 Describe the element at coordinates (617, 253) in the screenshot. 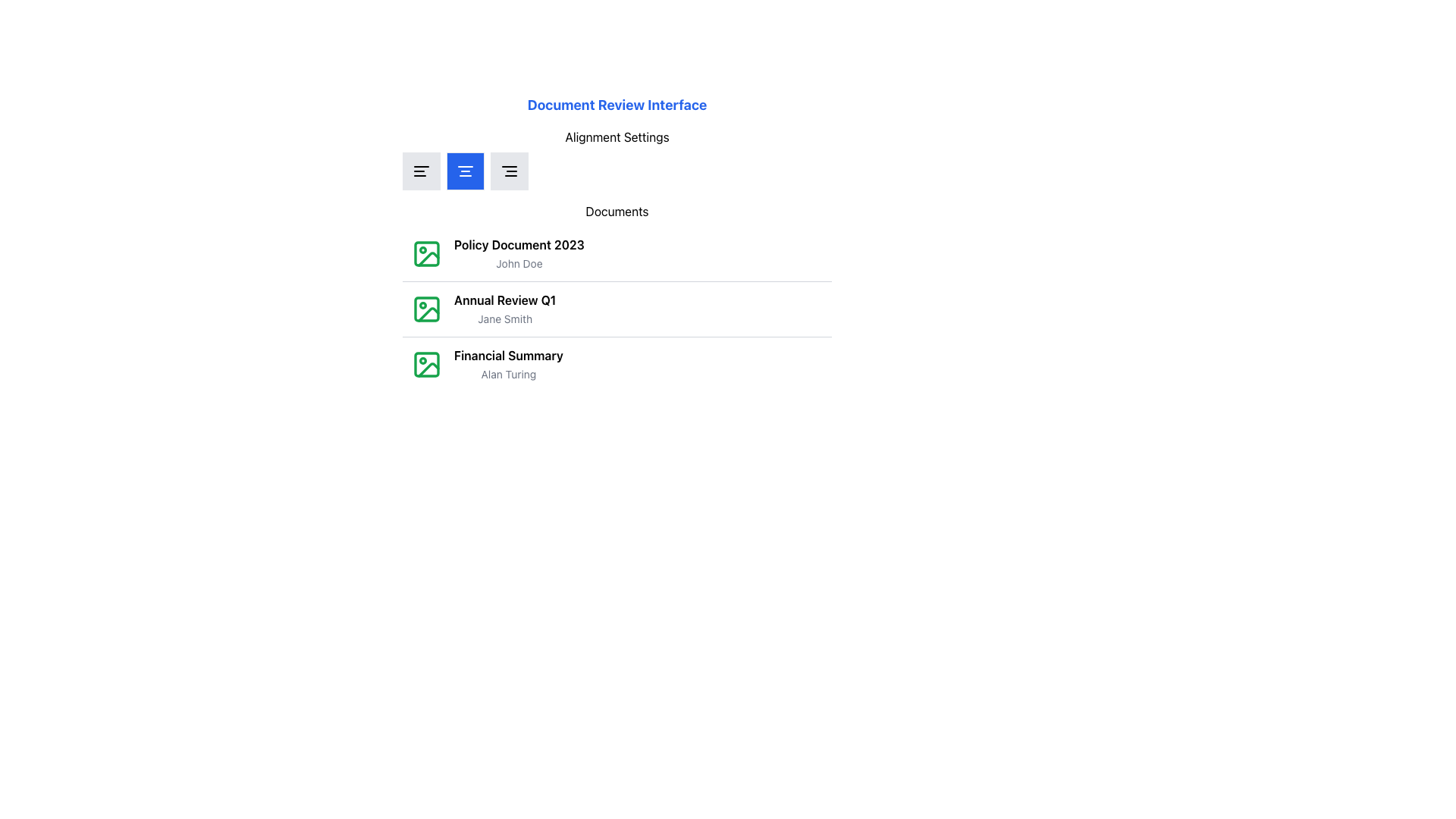

I see `the list entry titled 'Policy Document 2023' by author 'John Doe'` at that location.